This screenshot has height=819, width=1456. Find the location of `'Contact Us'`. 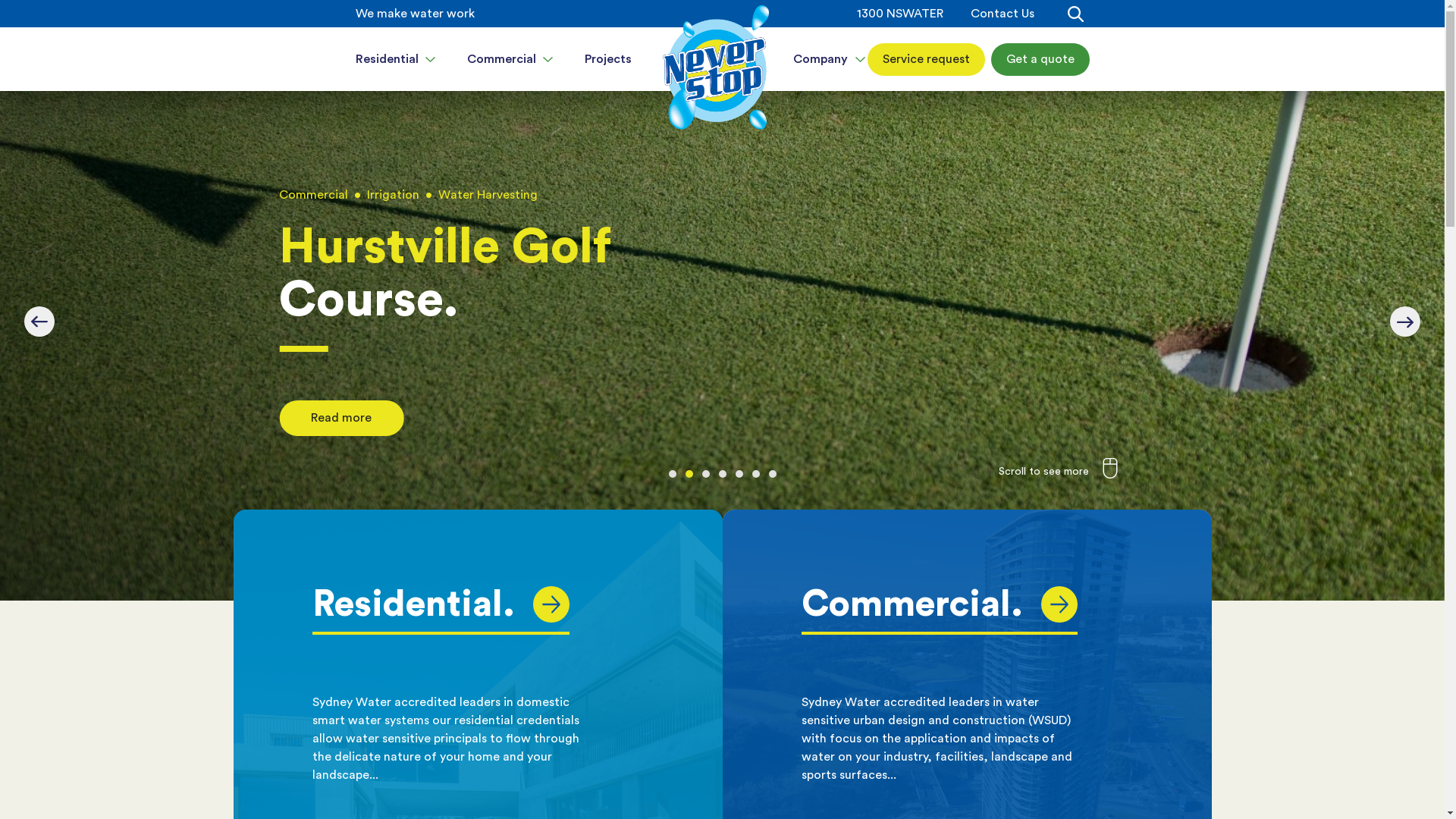

'Contact Us' is located at coordinates (1002, 14).